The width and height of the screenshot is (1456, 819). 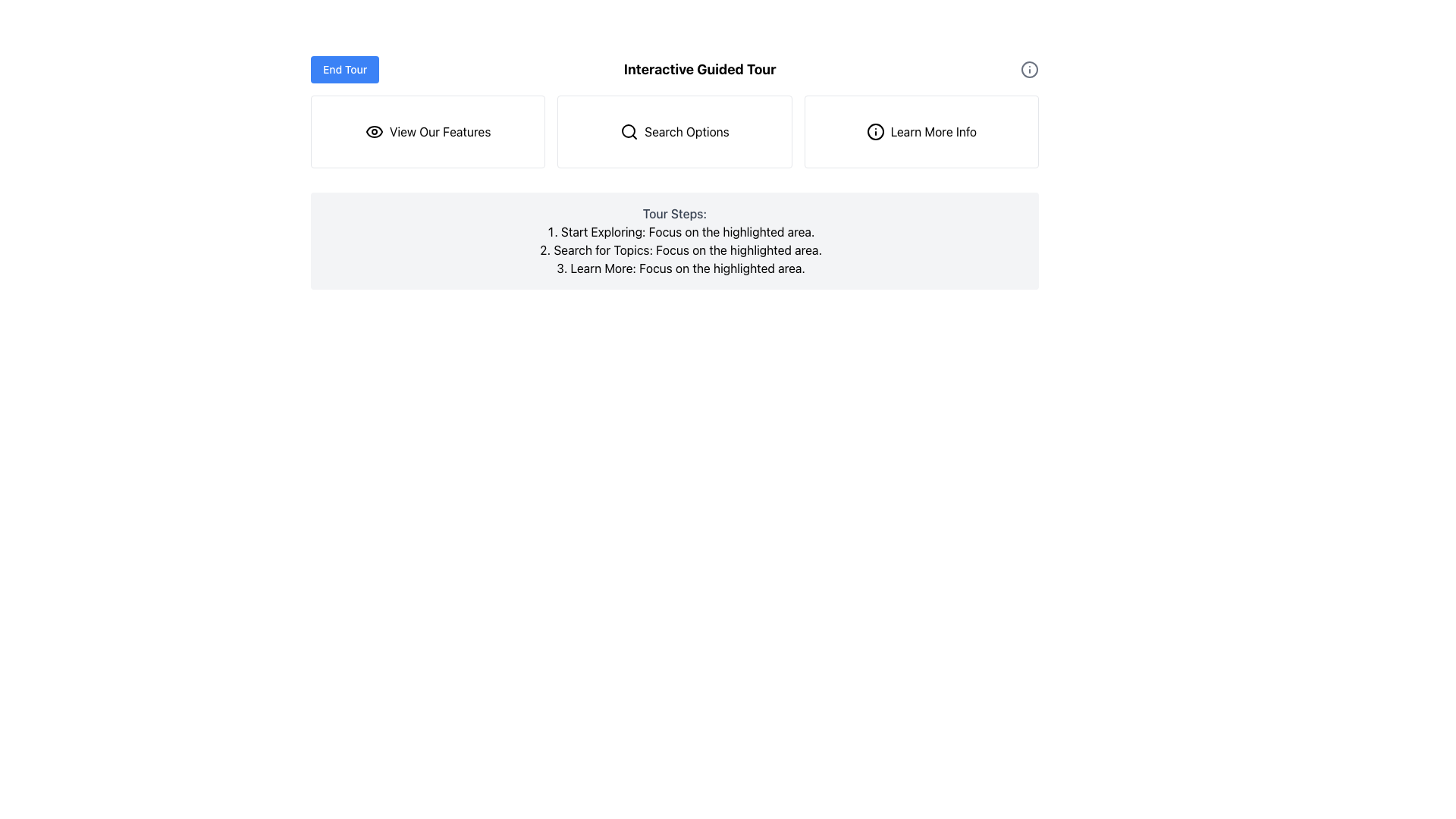 What do you see at coordinates (921, 130) in the screenshot?
I see `the 'Learn More Info' button, which is a rectangular box with rounded corners containing an 'i' icon and bordered styling` at bounding box center [921, 130].